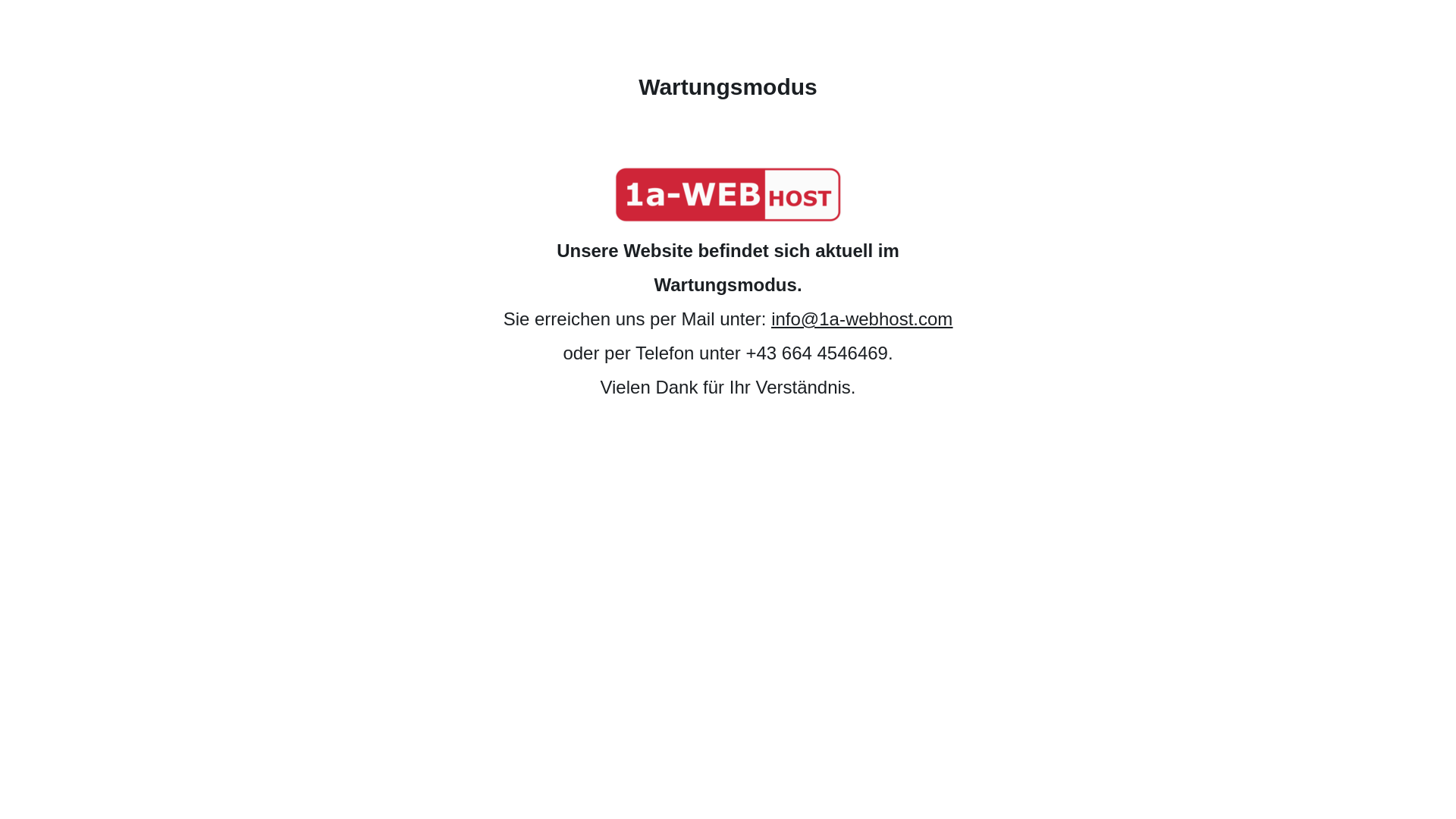 Image resolution: width=1456 pixels, height=819 pixels. What do you see at coordinates (861, 318) in the screenshot?
I see `'info@1a-webhost.com'` at bounding box center [861, 318].